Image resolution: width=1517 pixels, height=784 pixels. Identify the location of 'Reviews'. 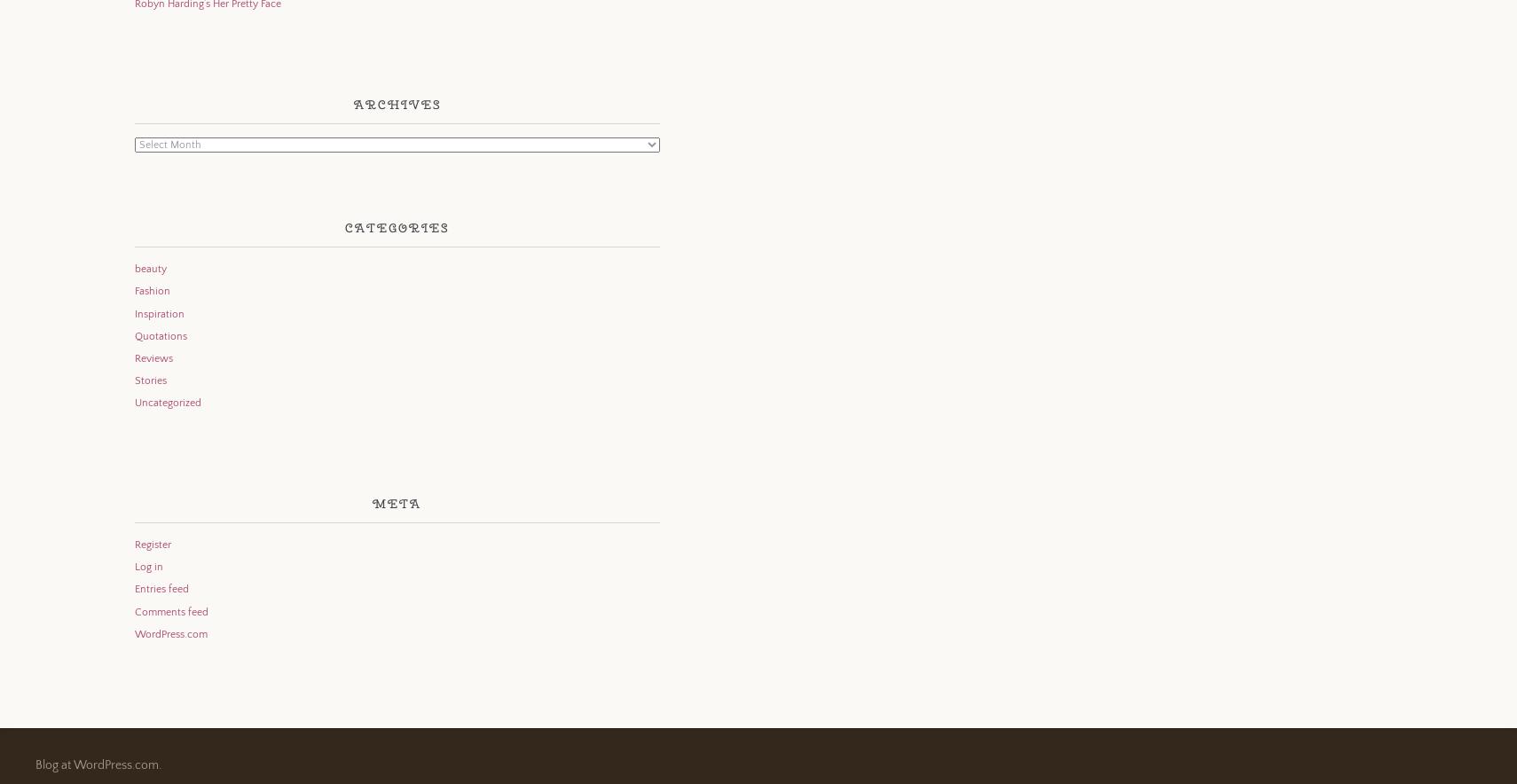
(152, 358).